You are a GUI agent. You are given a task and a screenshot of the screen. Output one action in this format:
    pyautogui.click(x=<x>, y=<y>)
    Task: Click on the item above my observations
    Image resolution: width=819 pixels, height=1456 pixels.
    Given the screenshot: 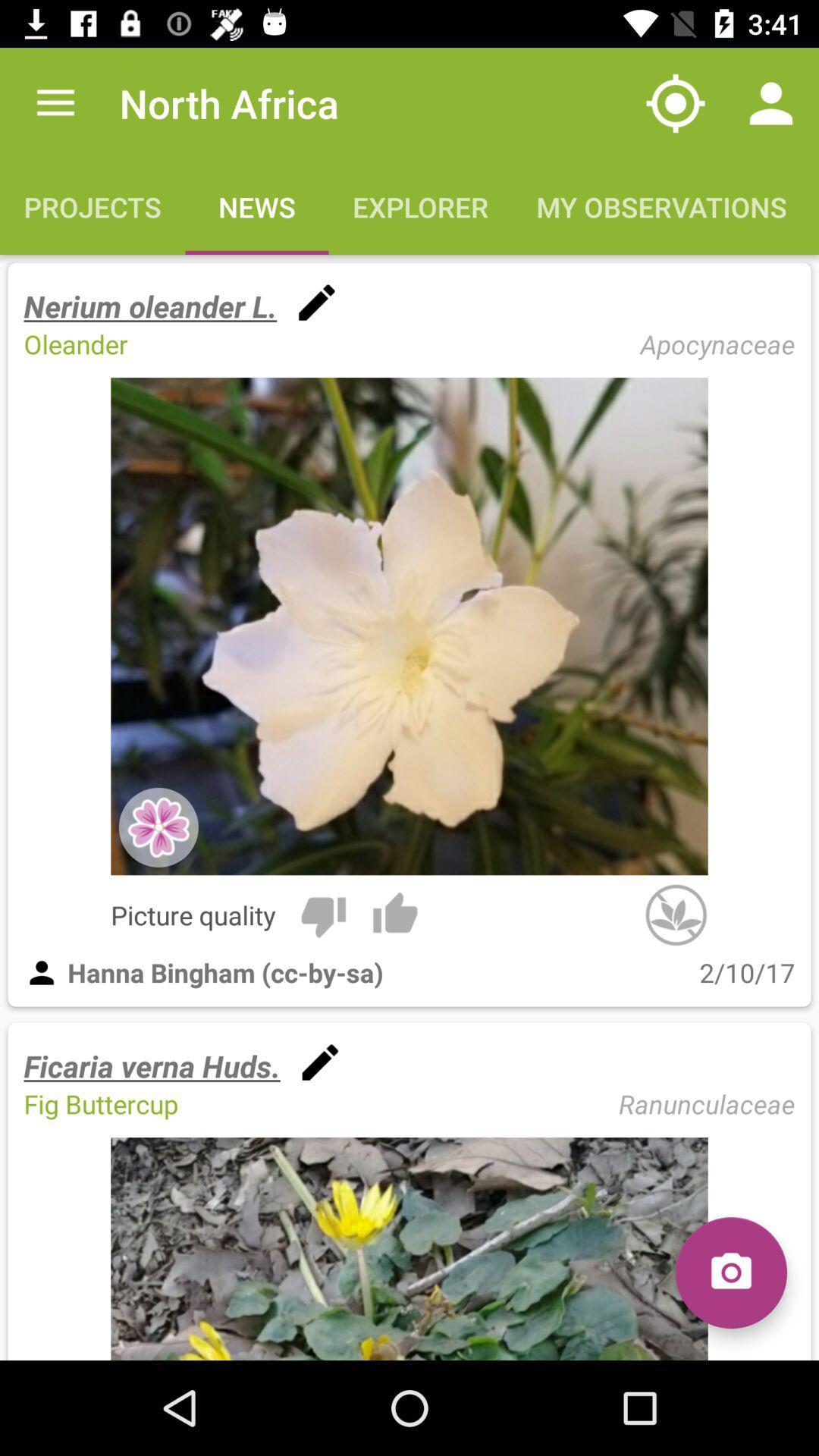 What is the action you would take?
    pyautogui.click(x=675, y=102)
    